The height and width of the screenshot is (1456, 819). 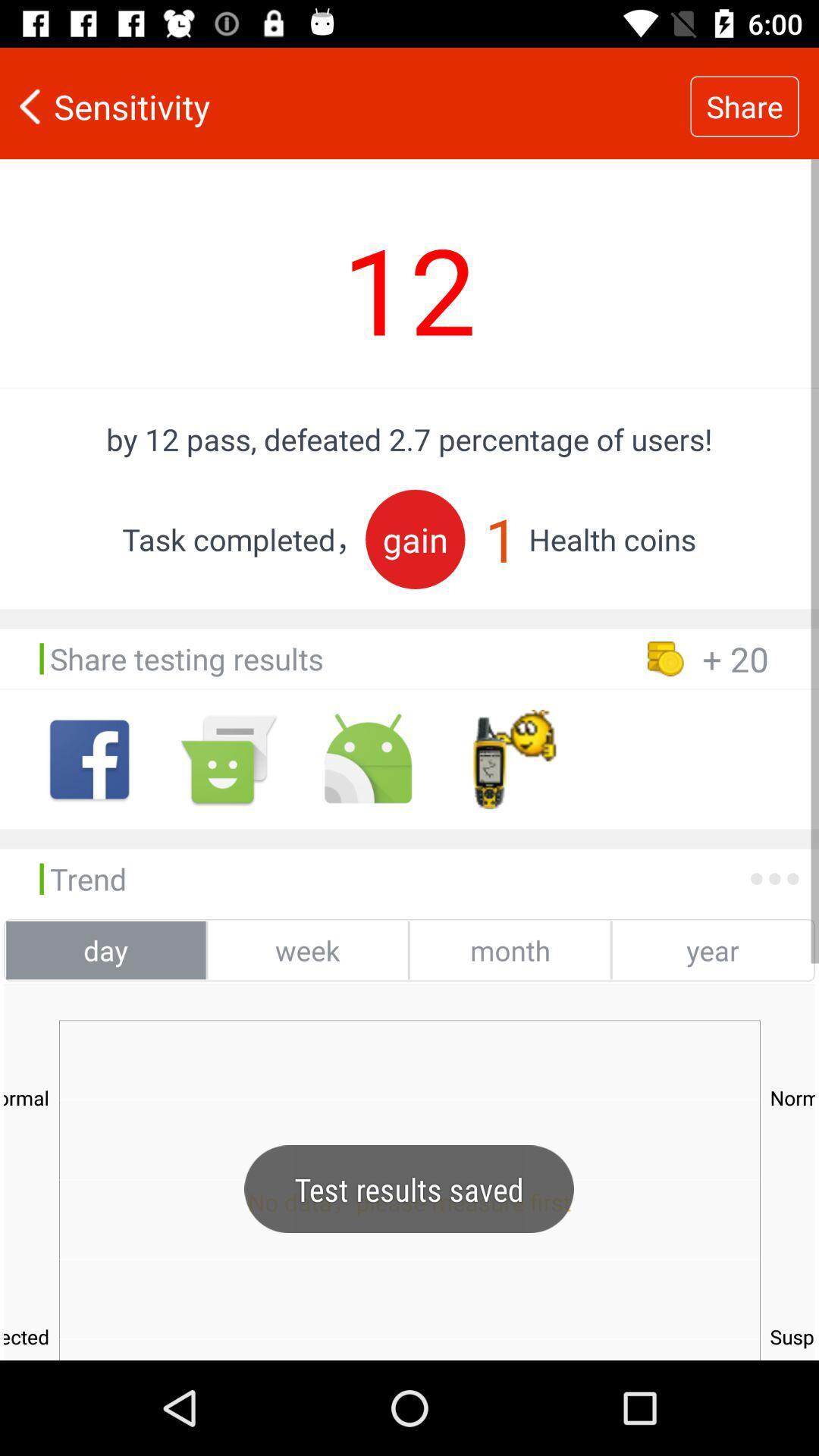 What do you see at coordinates (507, 759) in the screenshot?
I see `walkie talkie` at bounding box center [507, 759].